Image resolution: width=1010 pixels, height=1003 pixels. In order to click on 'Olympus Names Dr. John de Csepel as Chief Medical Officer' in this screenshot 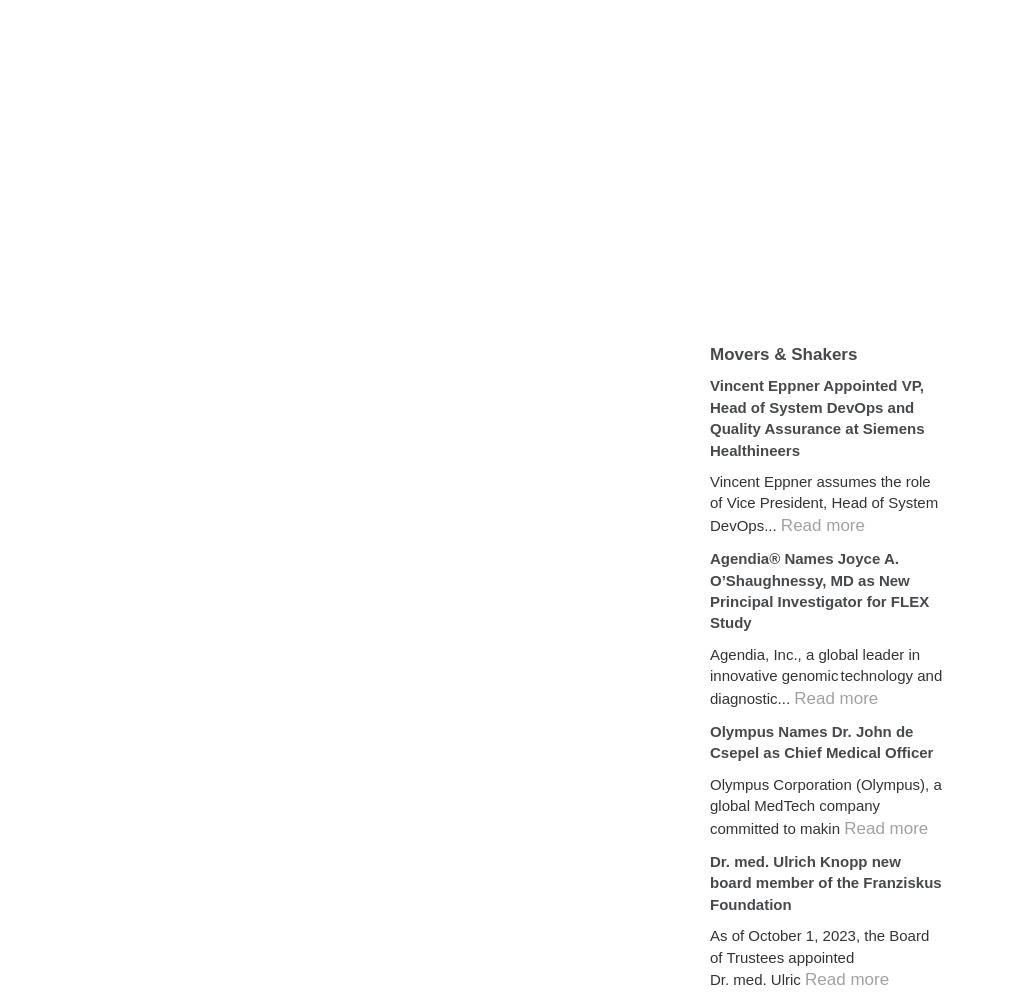, I will do `click(821, 740)`.